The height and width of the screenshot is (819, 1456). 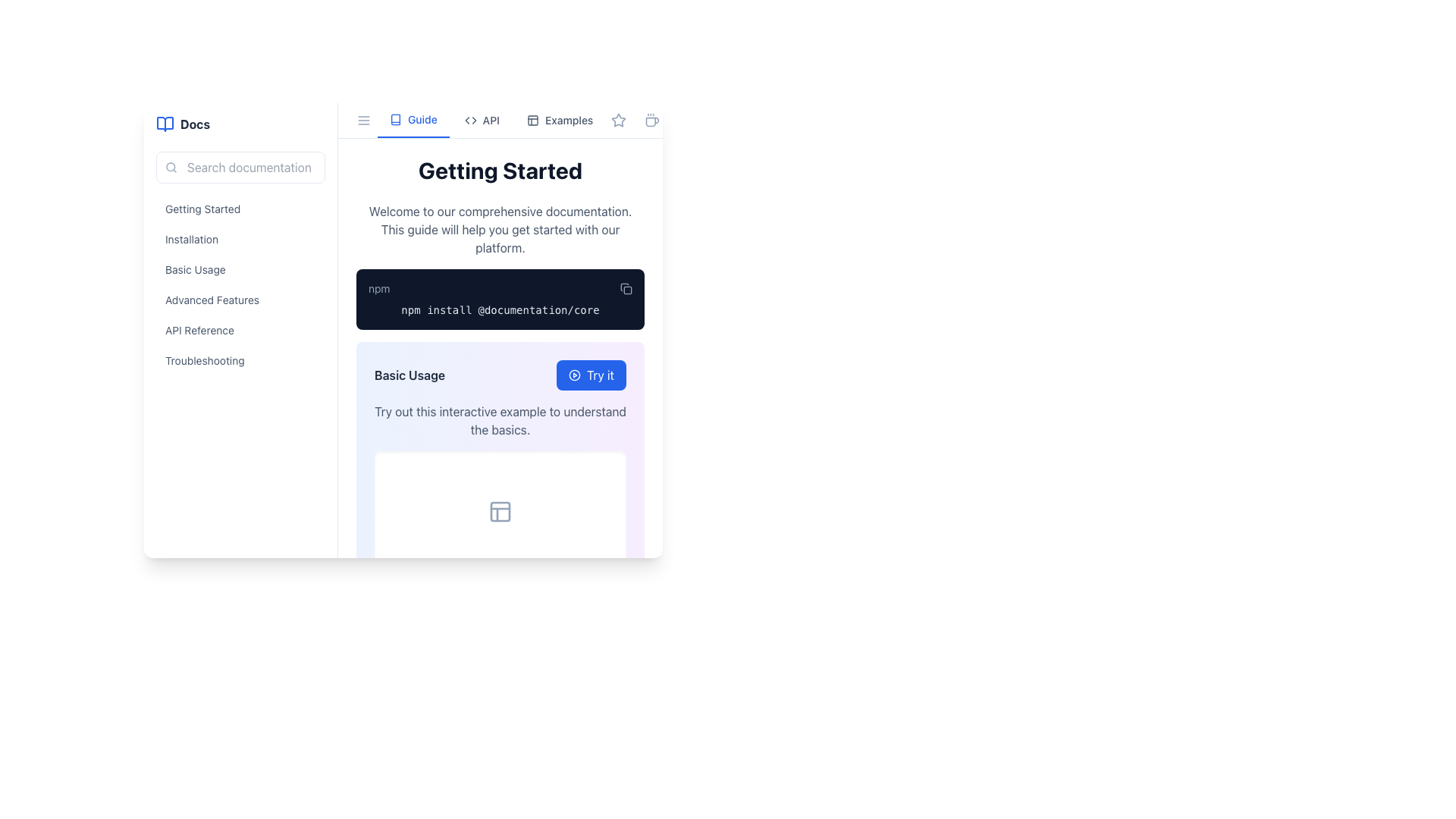 I want to click on the 'API Reference' button, which is the fifth item in the vertical menu list on the left side, so click(x=240, y=329).